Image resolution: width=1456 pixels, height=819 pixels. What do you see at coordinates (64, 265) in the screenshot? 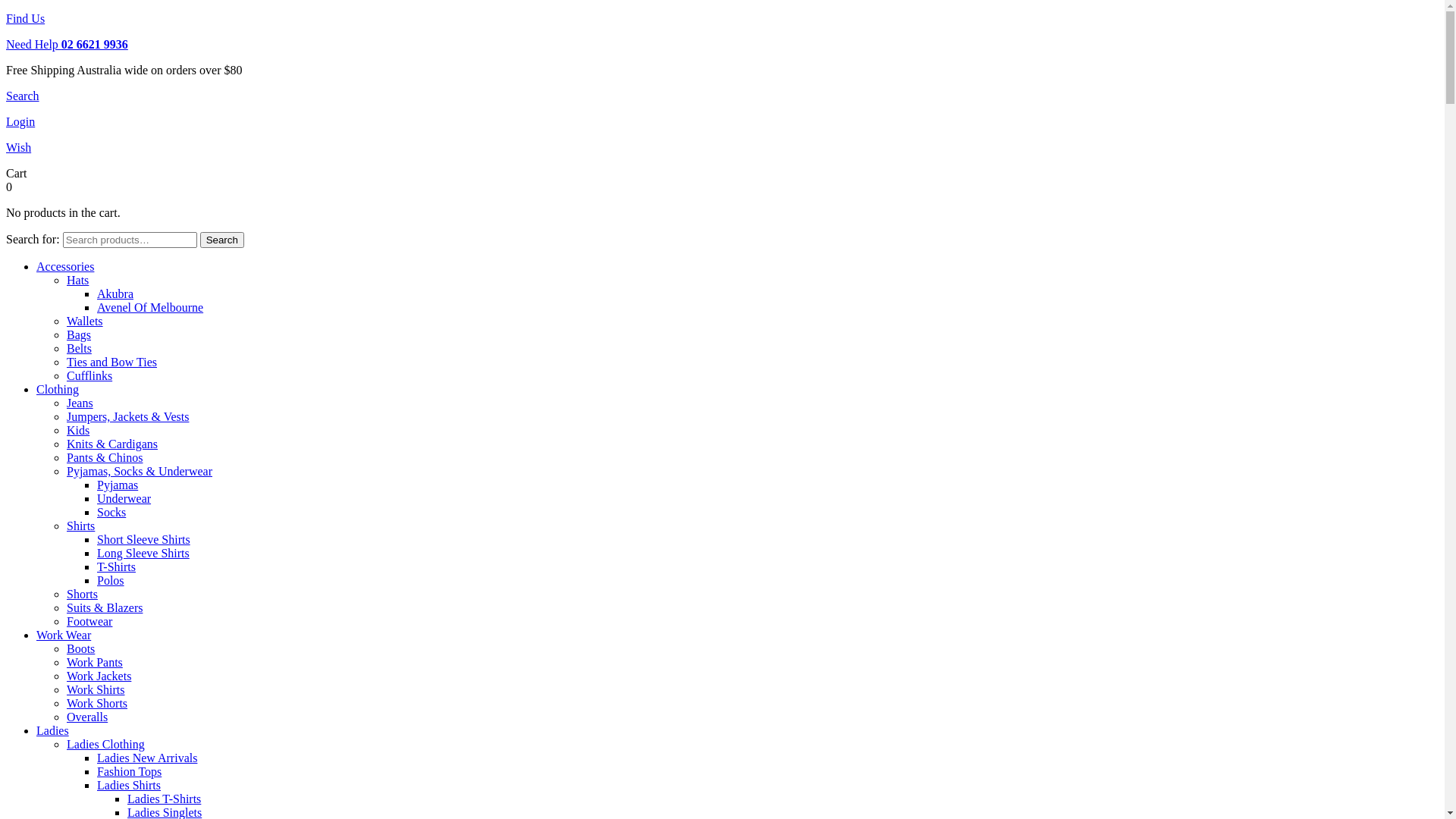
I see `'Accessories'` at bounding box center [64, 265].